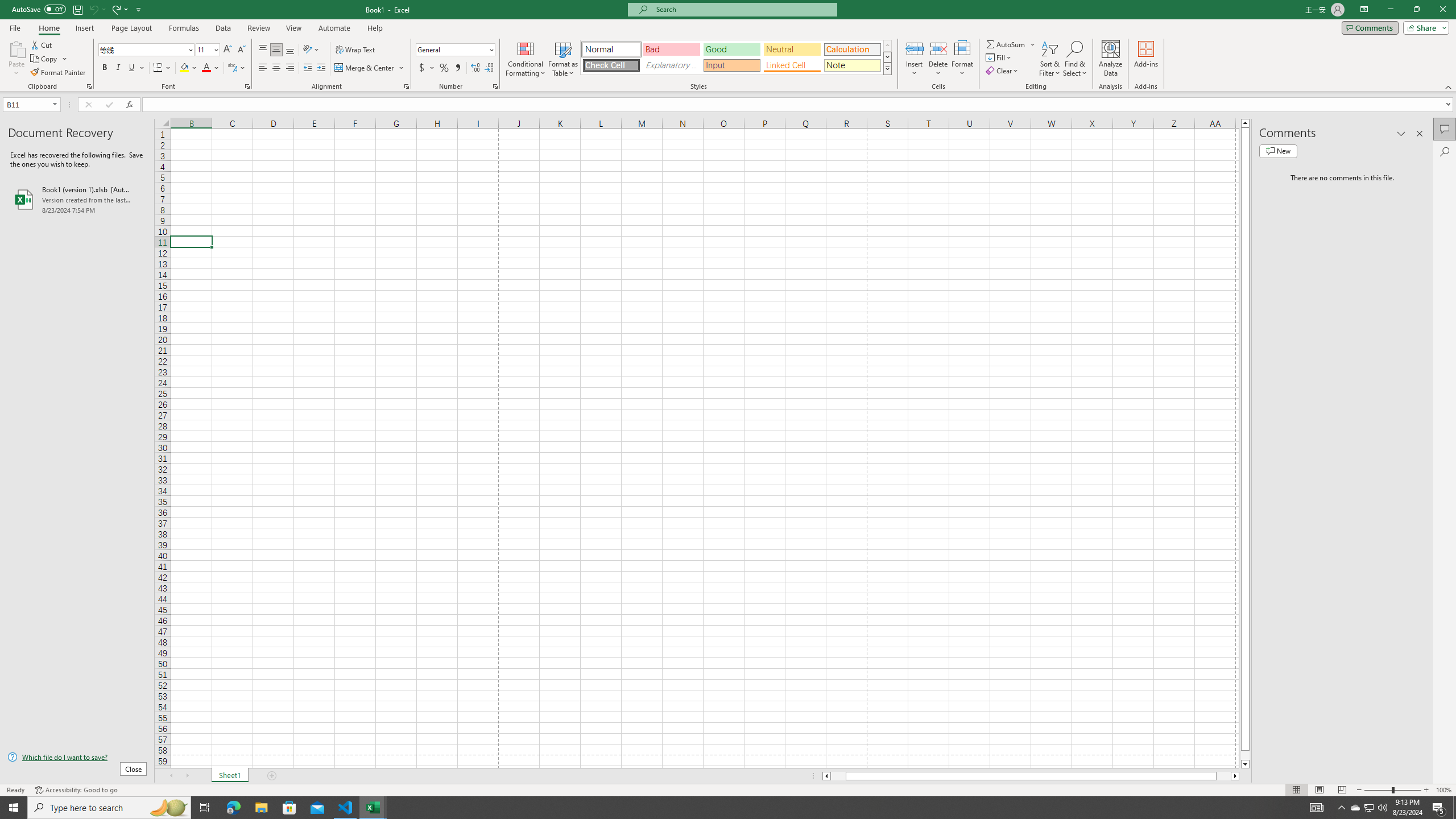 This screenshot has height=819, width=1456. Describe the element at coordinates (131, 67) in the screenshot. I see `'Underline'` at that location.